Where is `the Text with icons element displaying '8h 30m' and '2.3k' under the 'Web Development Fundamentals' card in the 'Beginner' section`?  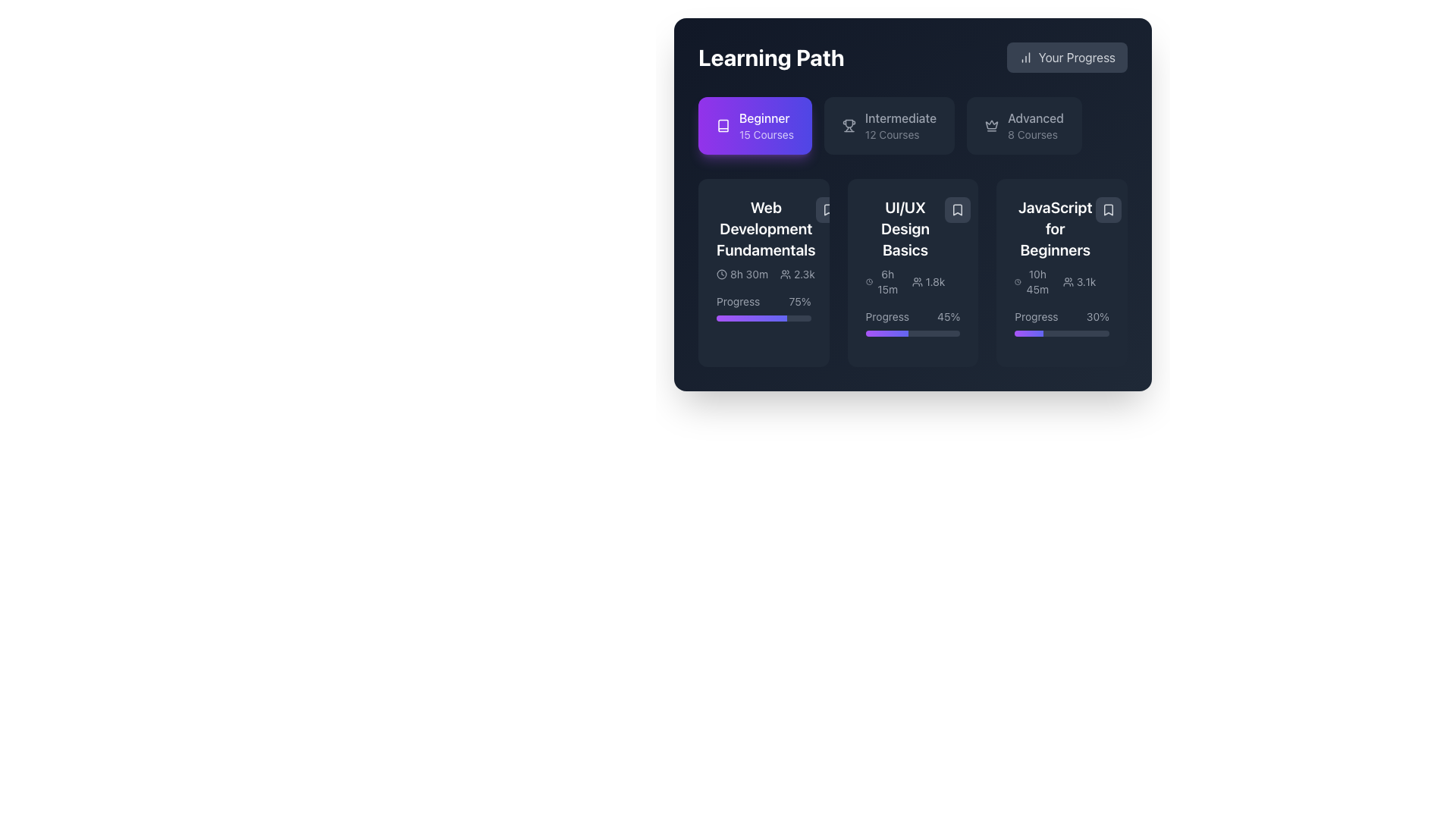
the Text with icons element displaying '8h 30m' and '2.3k' under the 'Web Development Fundamentals' card in the 'Beginner' section is located at coordinates (766, 275).